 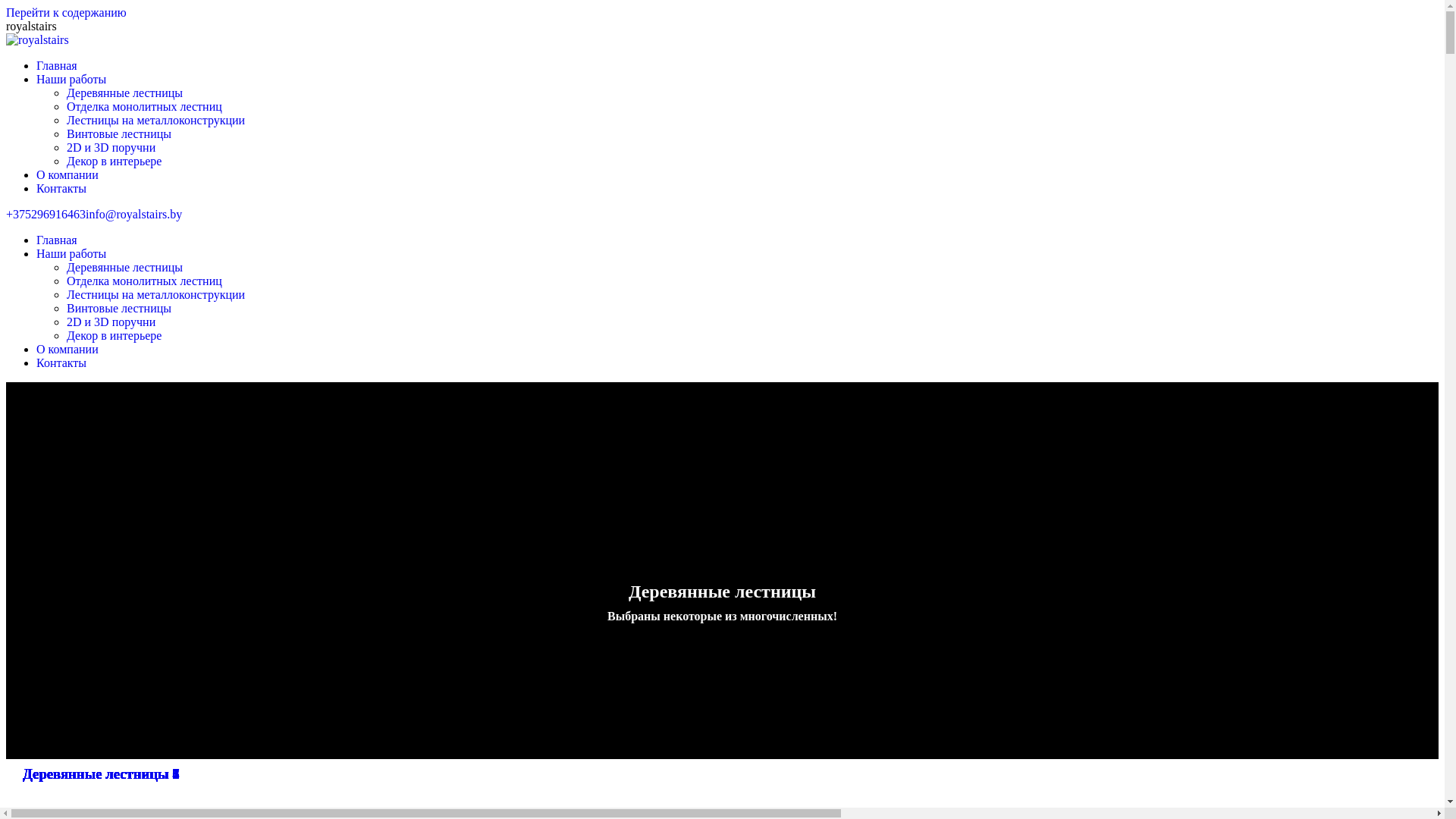 I want to click on '+375296916463', so click(x=45, y=214).